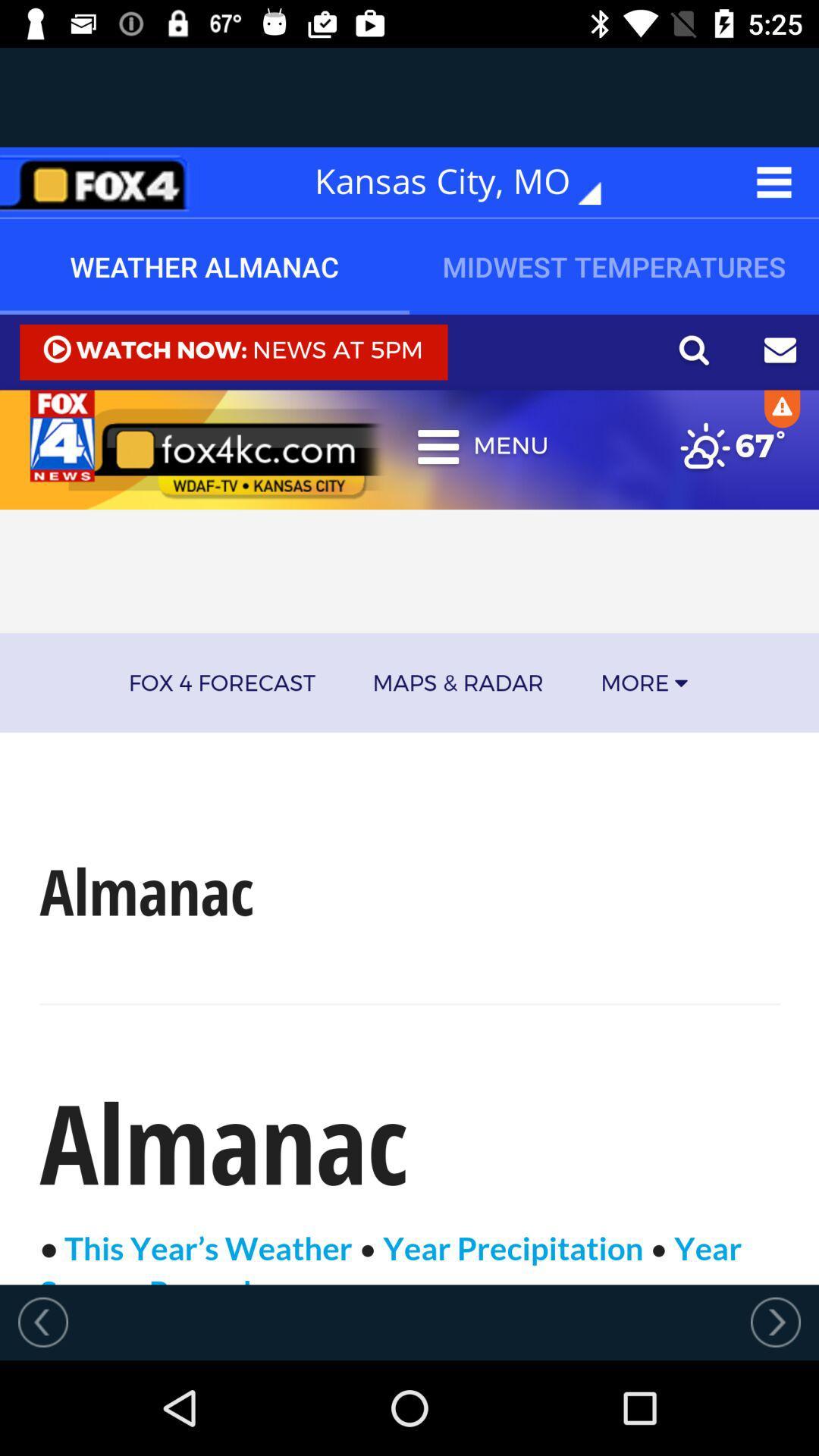  I want to click on move to next screen, so click(775, 1321).